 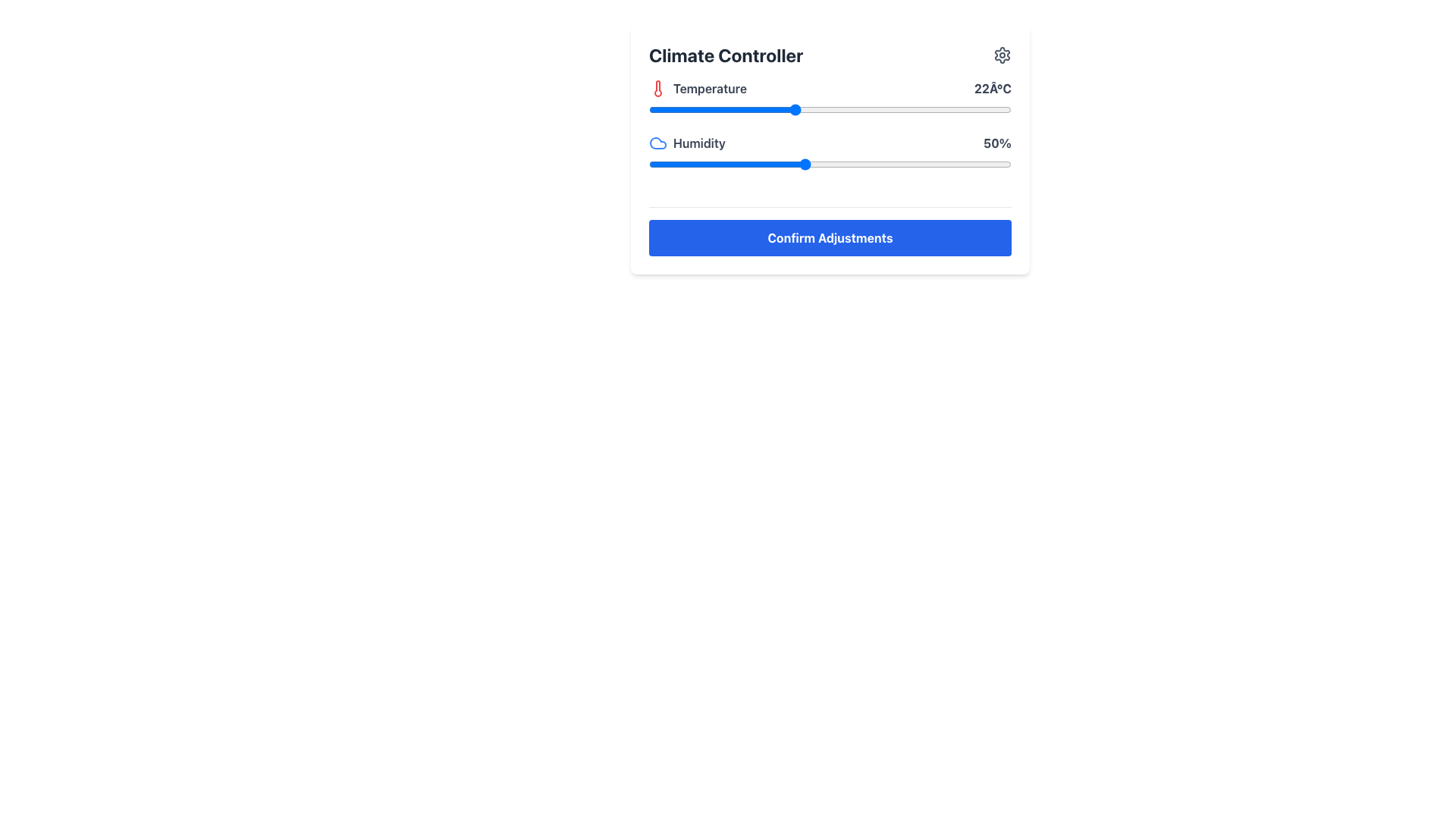 What do you see at coordinates (997, 143) in the screenshot?
I see `the text '50%' displayed in bold and dark-colored font next to the Humidity label within the Climate Controller card` at bounding box center [997, 143].